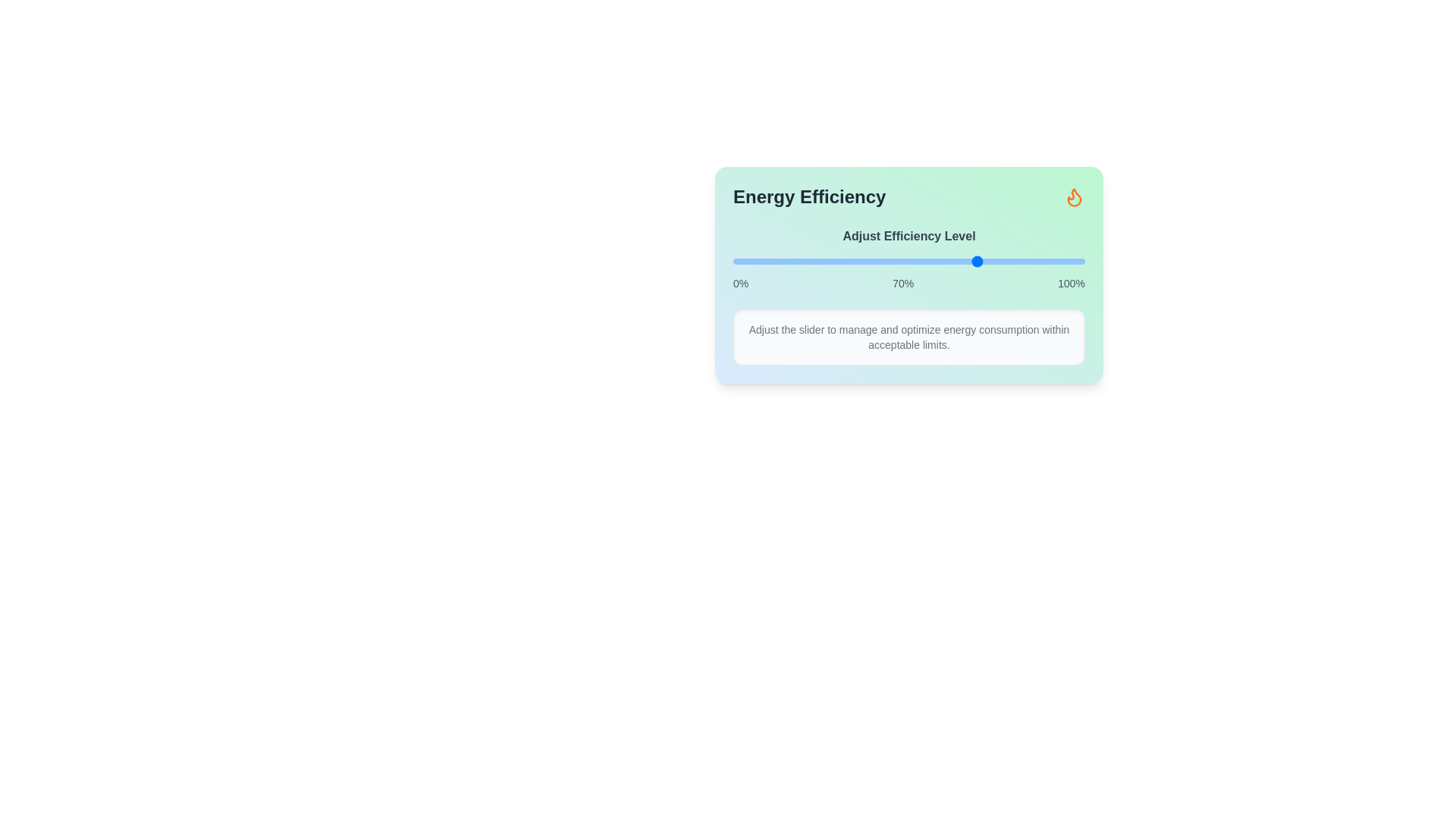 Image resolution: width=1456 pixels, height=819 pixels. I want to click on the energy efficiency level to 29% by interacting with the slider, so click(834, 260).